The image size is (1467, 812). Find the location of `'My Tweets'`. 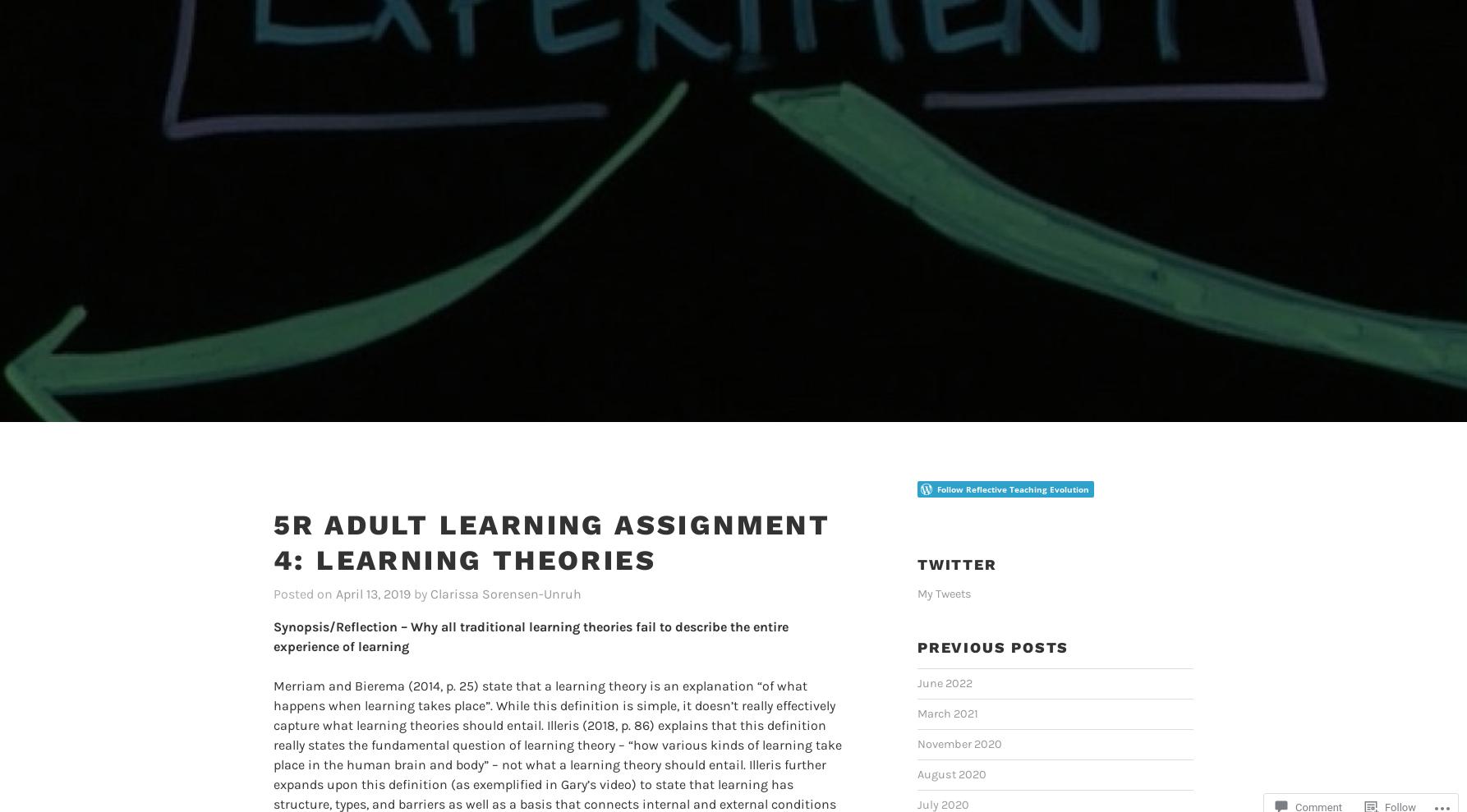

'My Tweets' is located at coordinates (944, 567).